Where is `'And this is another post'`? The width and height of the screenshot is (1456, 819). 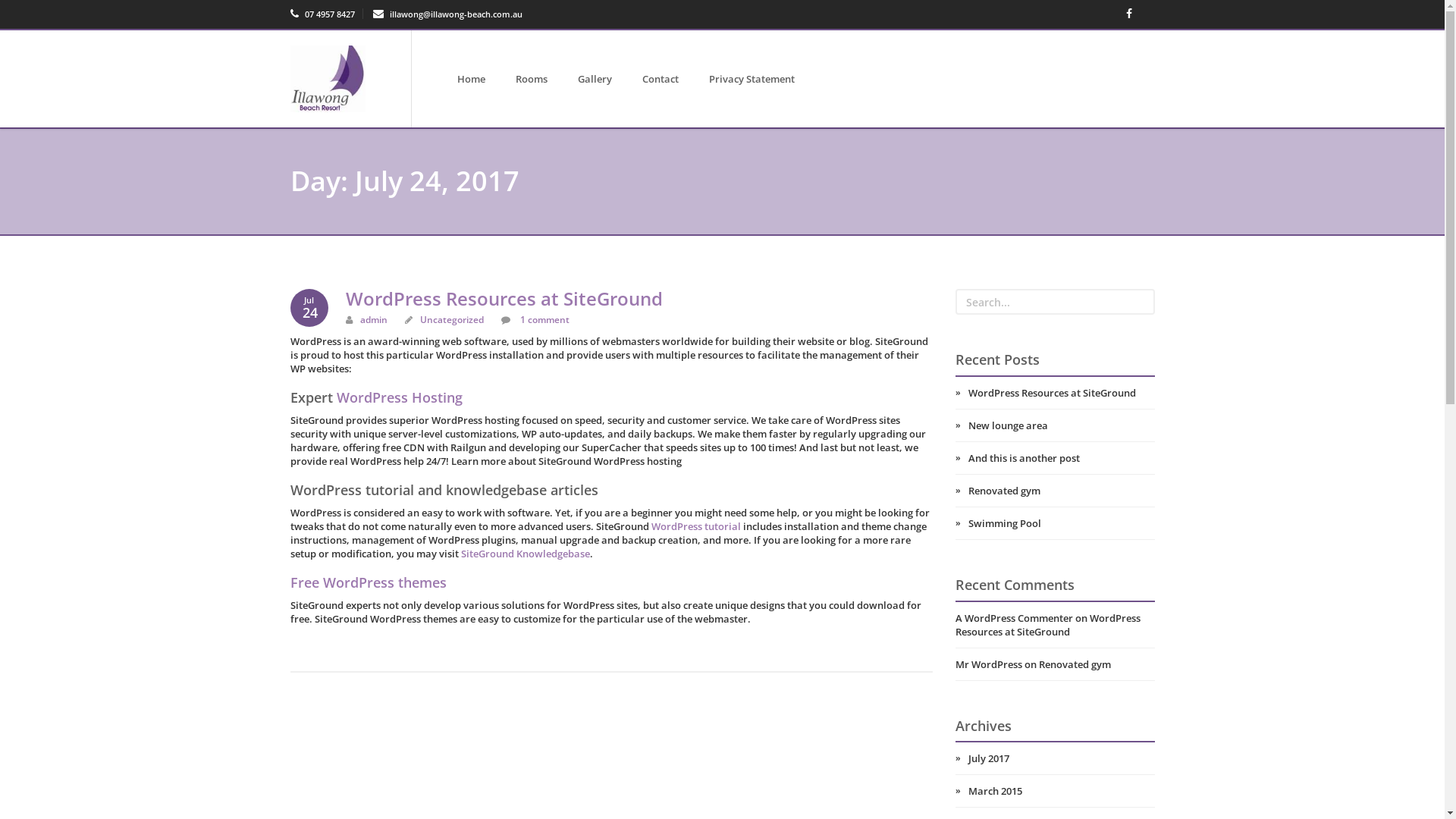
'And this is another post' is located at coordinates (954, 457).